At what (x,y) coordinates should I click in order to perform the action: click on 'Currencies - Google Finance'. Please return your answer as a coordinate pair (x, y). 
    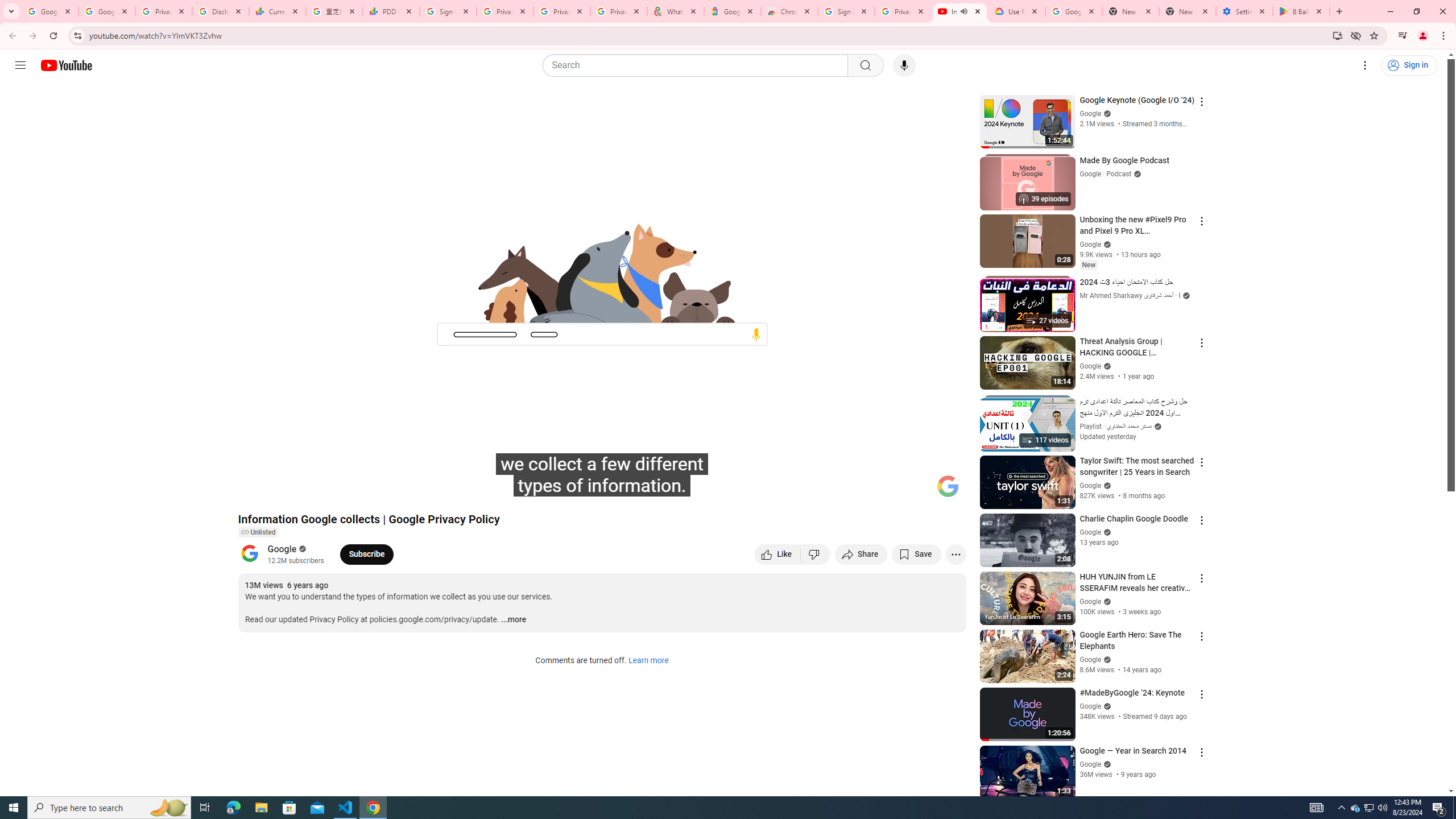
    Looking at the image, I should click on (278, 11).